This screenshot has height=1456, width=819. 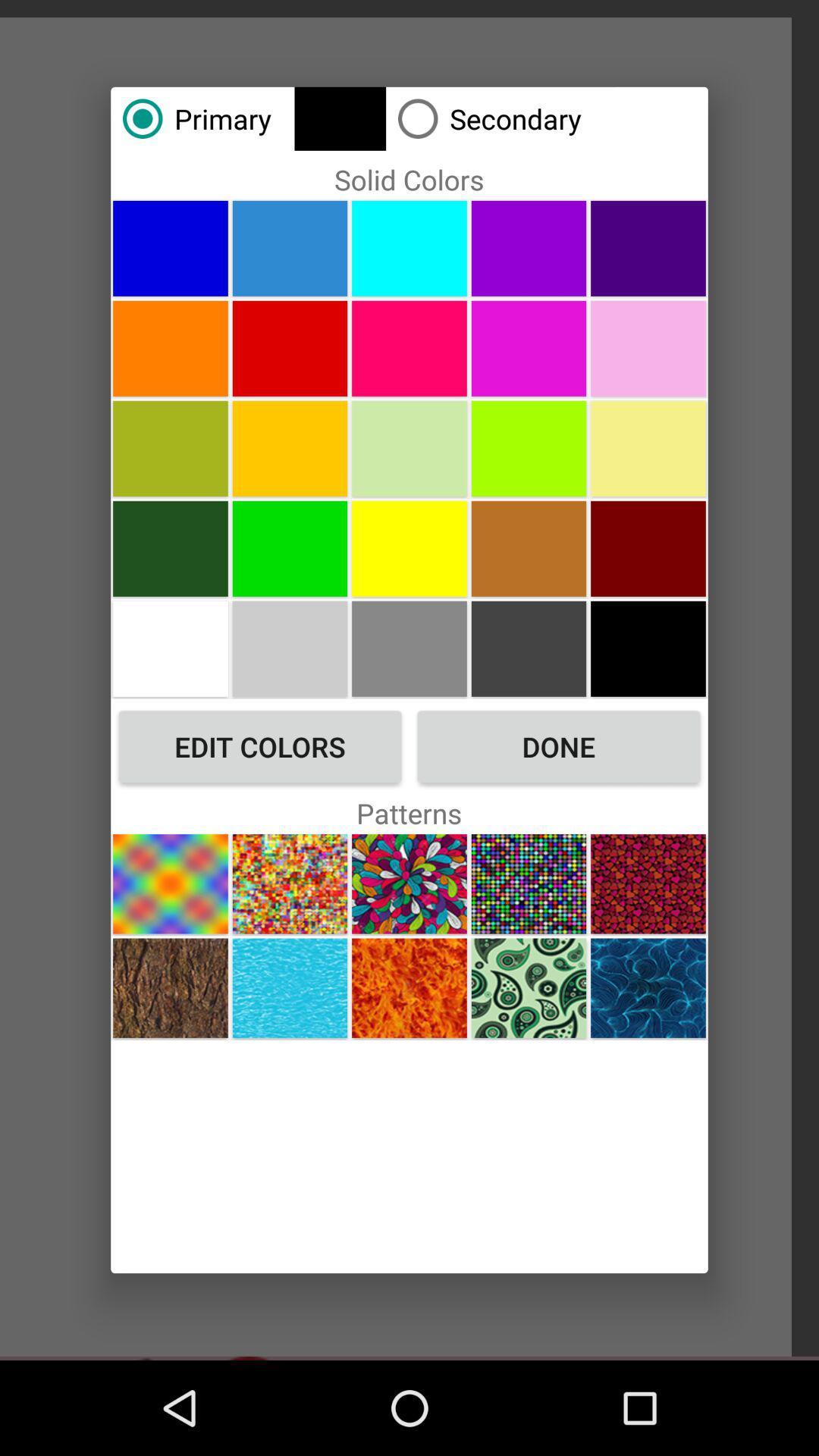 I want to click on color, so click(x=409, y=248).